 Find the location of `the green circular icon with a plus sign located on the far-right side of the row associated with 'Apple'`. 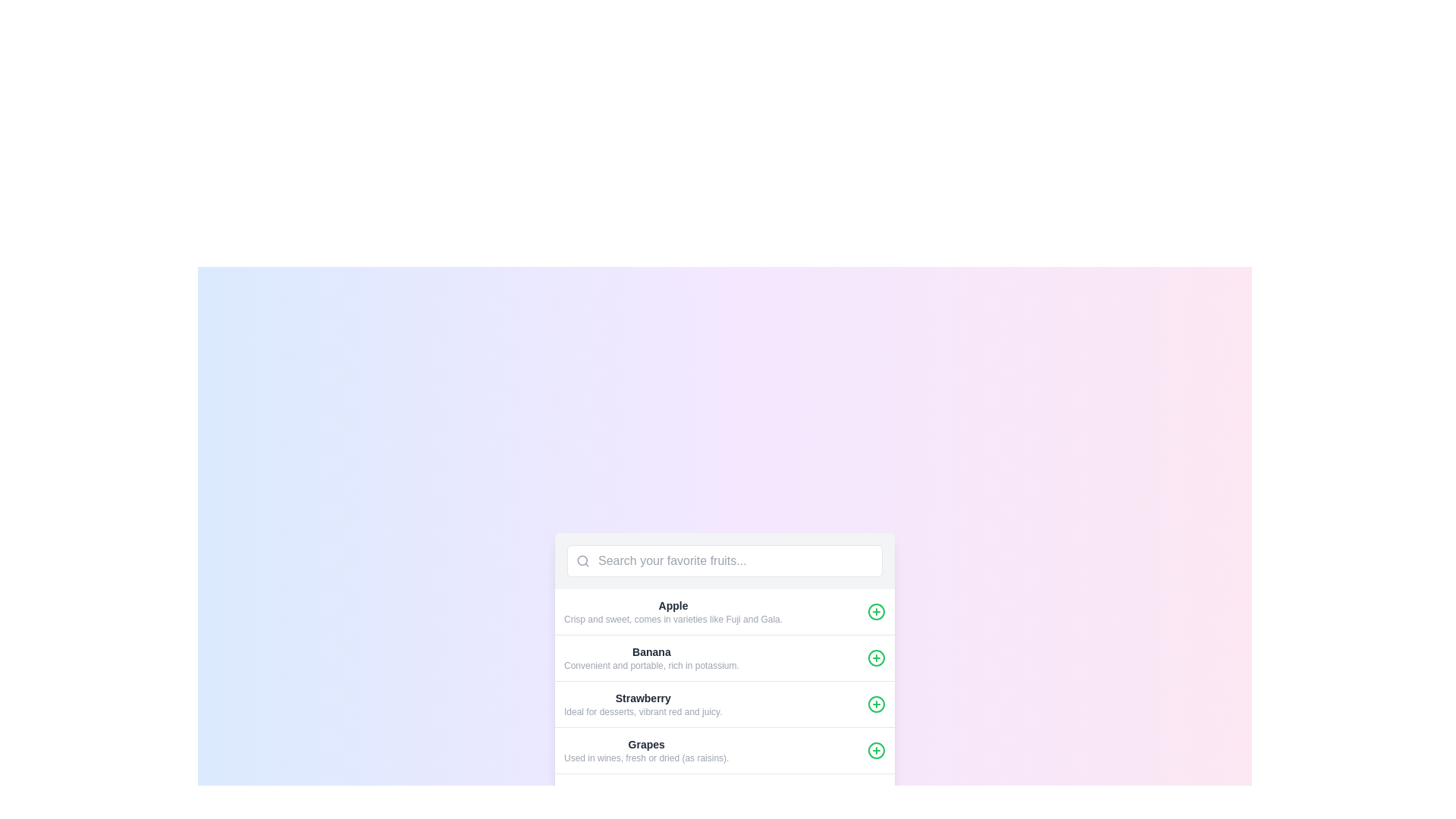

the green circular icon with a plus sign located on the far-right side of the row associated with 'Apple' is located at coordinates (877, 610).